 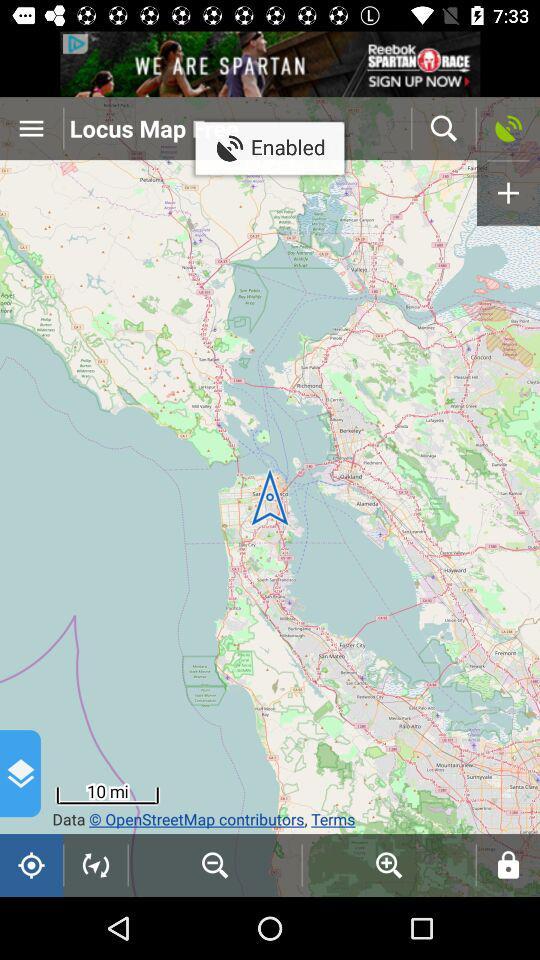 I want to click on the search icon, so click(x=443, y=127).